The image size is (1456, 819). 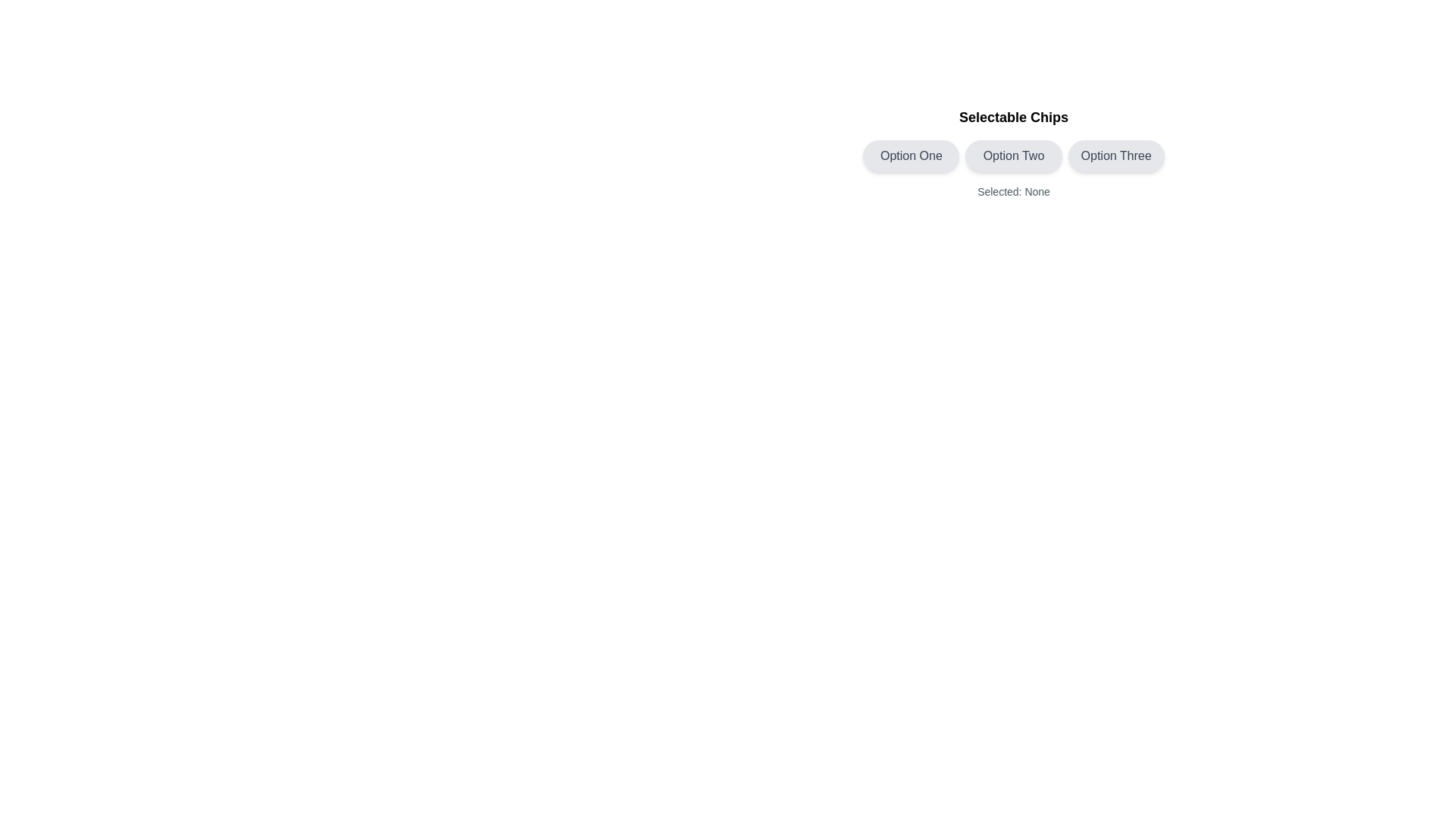 I want to click on the text label of the selectable chip labeled 'Option Two' which is the middle option in a row of three choices, so click(x=1013, y=155).